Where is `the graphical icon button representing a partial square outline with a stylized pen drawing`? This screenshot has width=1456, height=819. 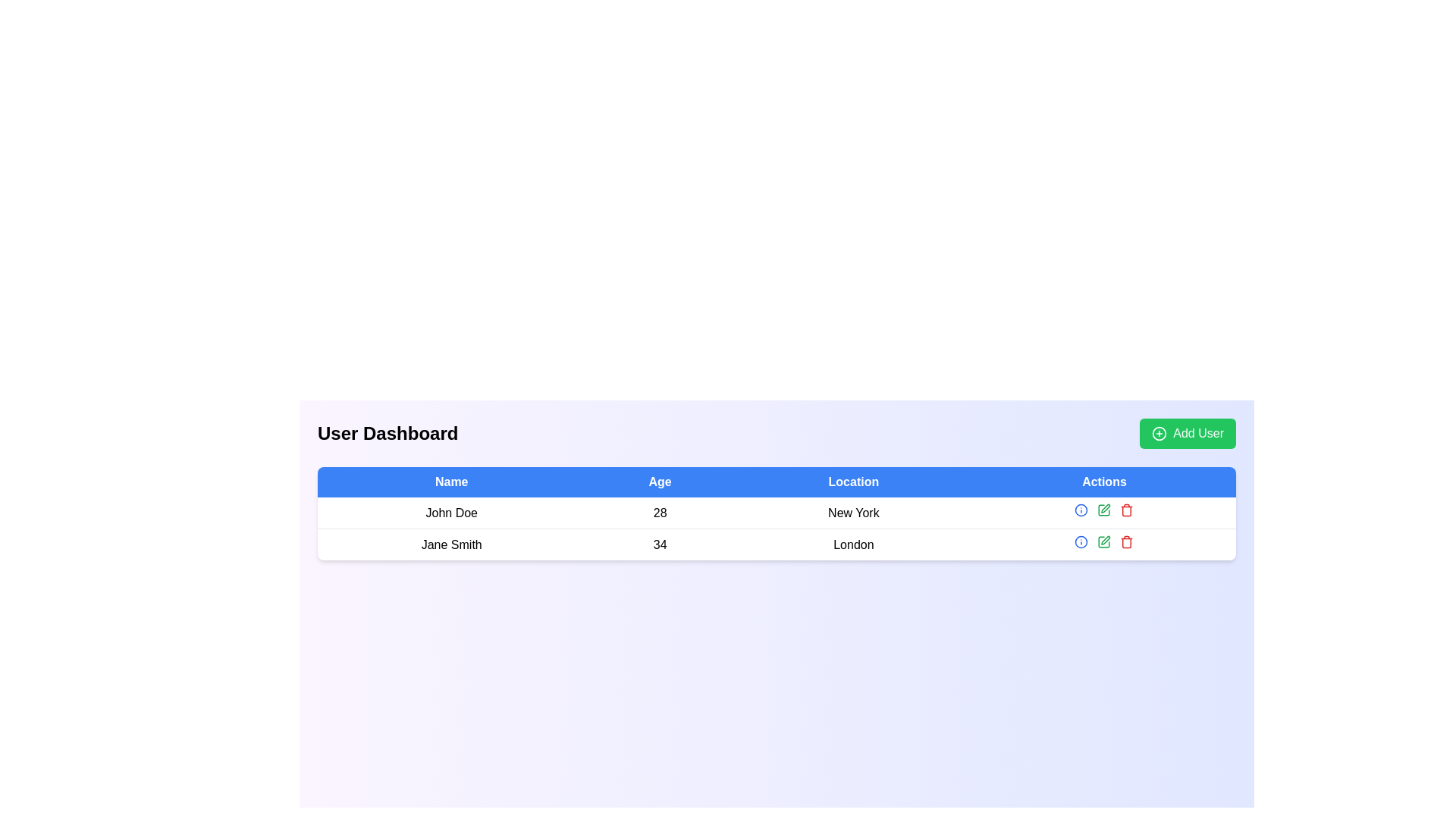 the graphical icon button representing a partial square outline with a stylized pen drawing is located at coordinates (1104, 510).